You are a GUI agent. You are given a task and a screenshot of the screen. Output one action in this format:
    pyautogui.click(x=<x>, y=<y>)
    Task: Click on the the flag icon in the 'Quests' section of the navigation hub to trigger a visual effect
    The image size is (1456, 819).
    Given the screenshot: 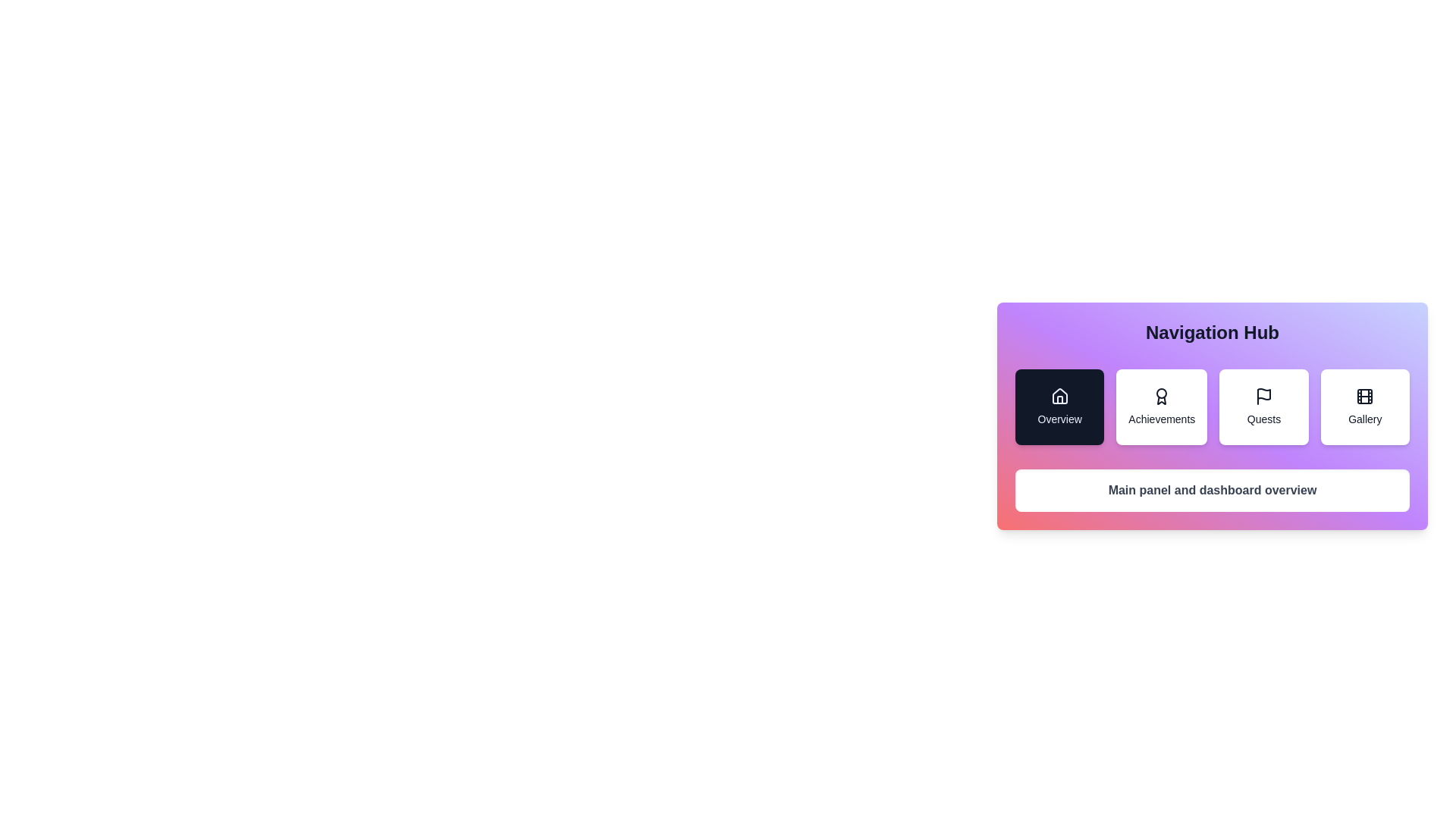 What is the action you would take?
    pyautogui.click(x=1263, y=394)
    